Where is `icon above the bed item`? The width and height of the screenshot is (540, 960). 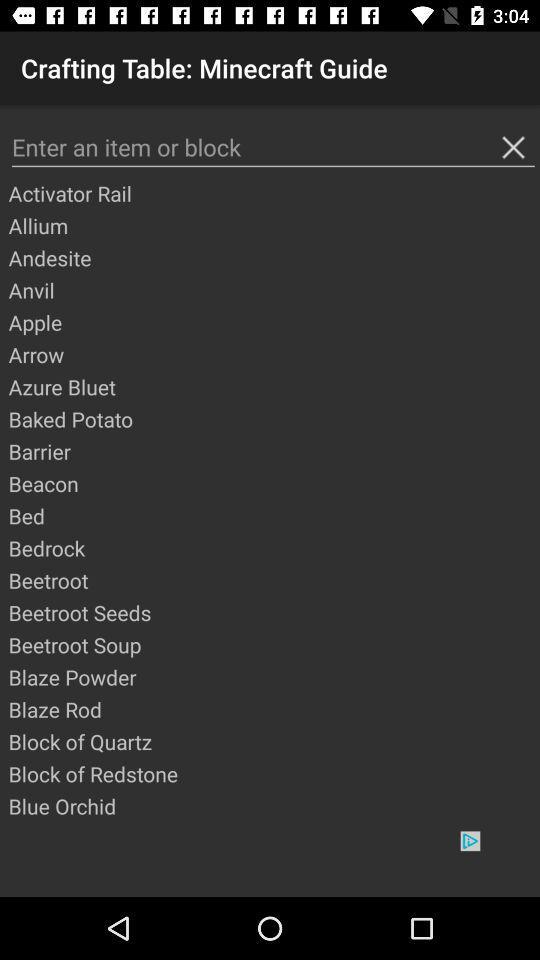
icon above the bed item is located at coordinates (272, 482).